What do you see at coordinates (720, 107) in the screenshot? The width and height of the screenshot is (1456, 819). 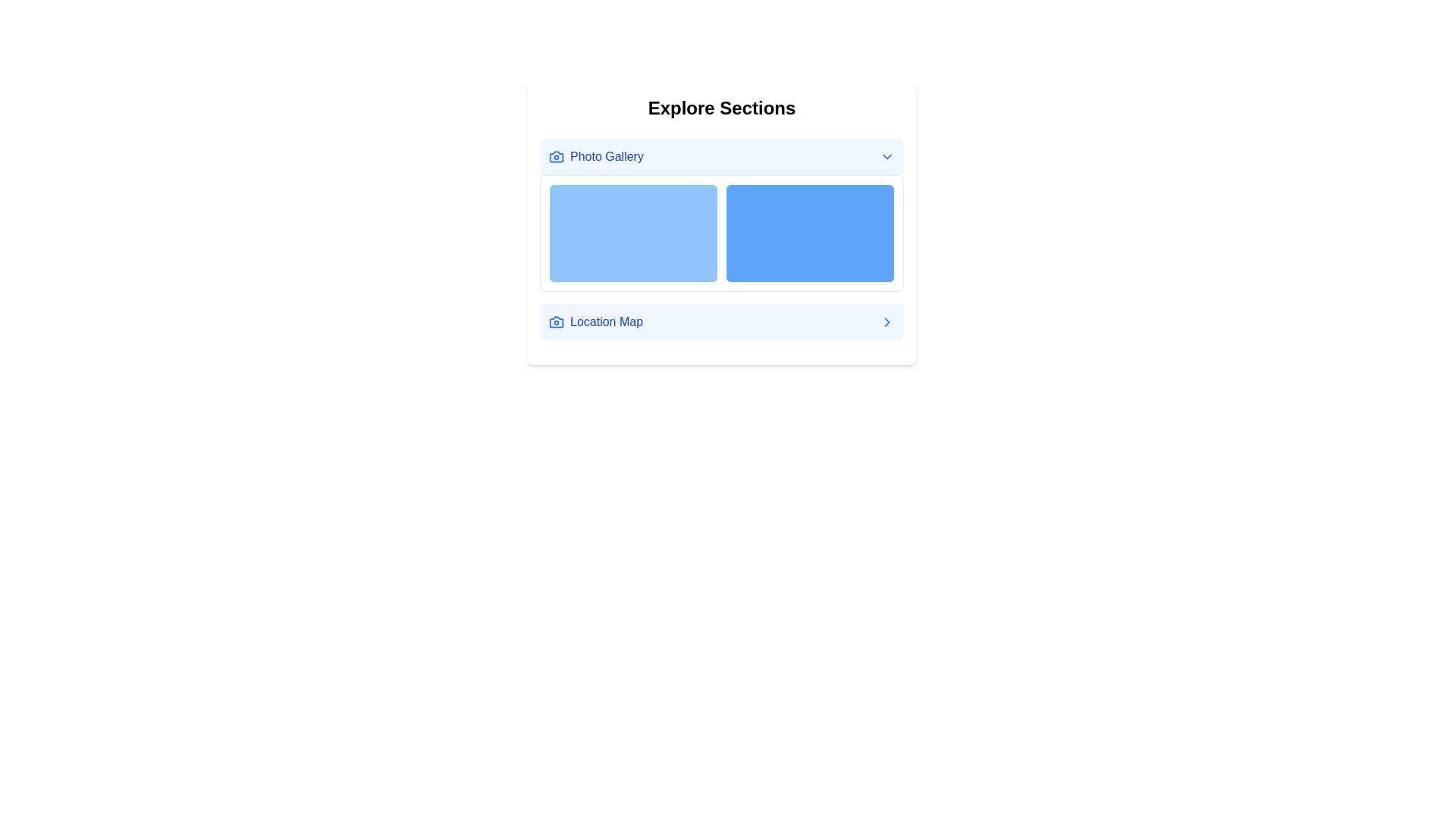 I see `the 'Explore Sections' text label` at bounding box center [720, 107].